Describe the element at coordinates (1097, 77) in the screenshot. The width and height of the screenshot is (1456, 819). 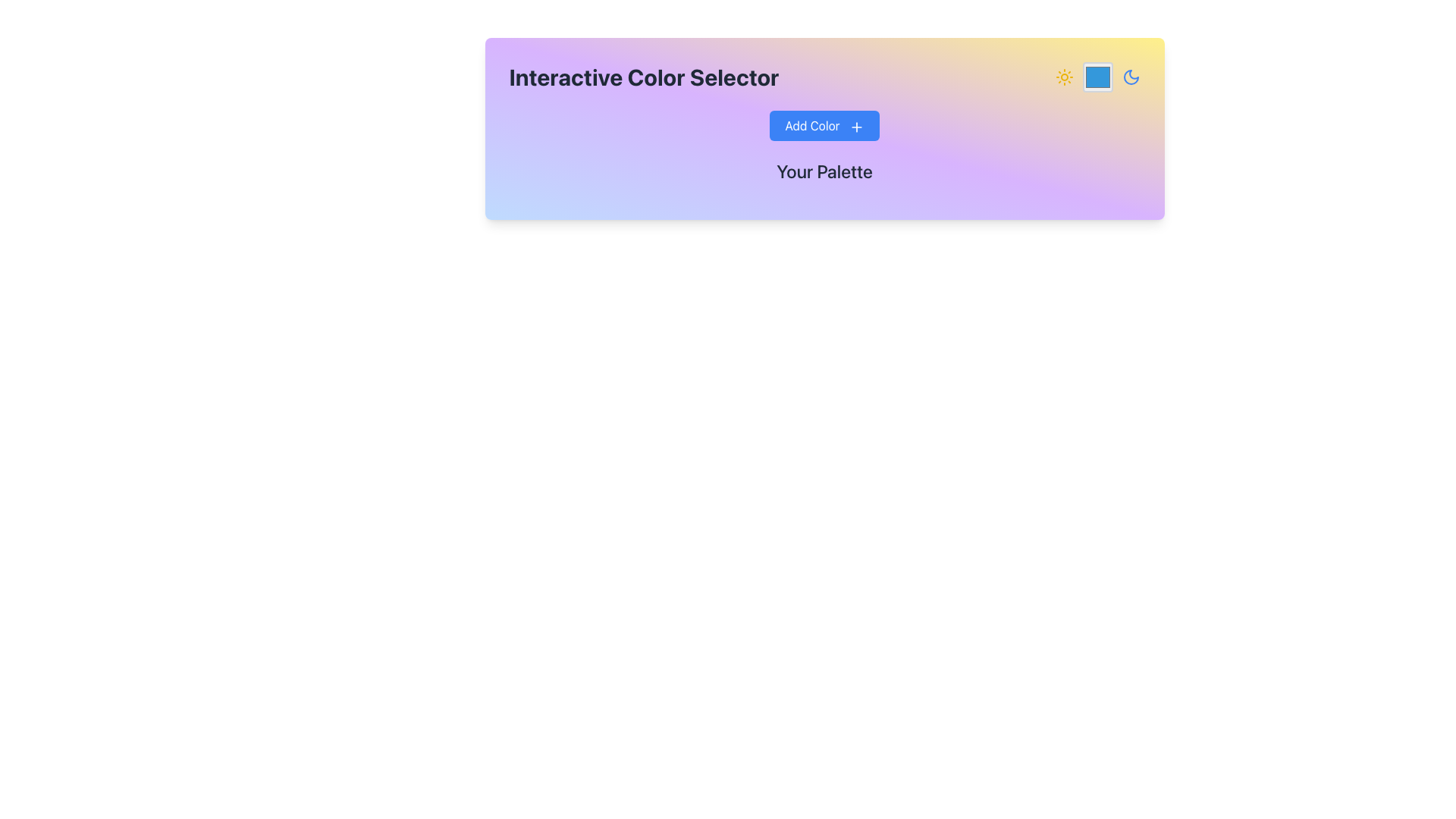
I see `the light blue square color picker, which is bordered by a light gray frame` at that location.